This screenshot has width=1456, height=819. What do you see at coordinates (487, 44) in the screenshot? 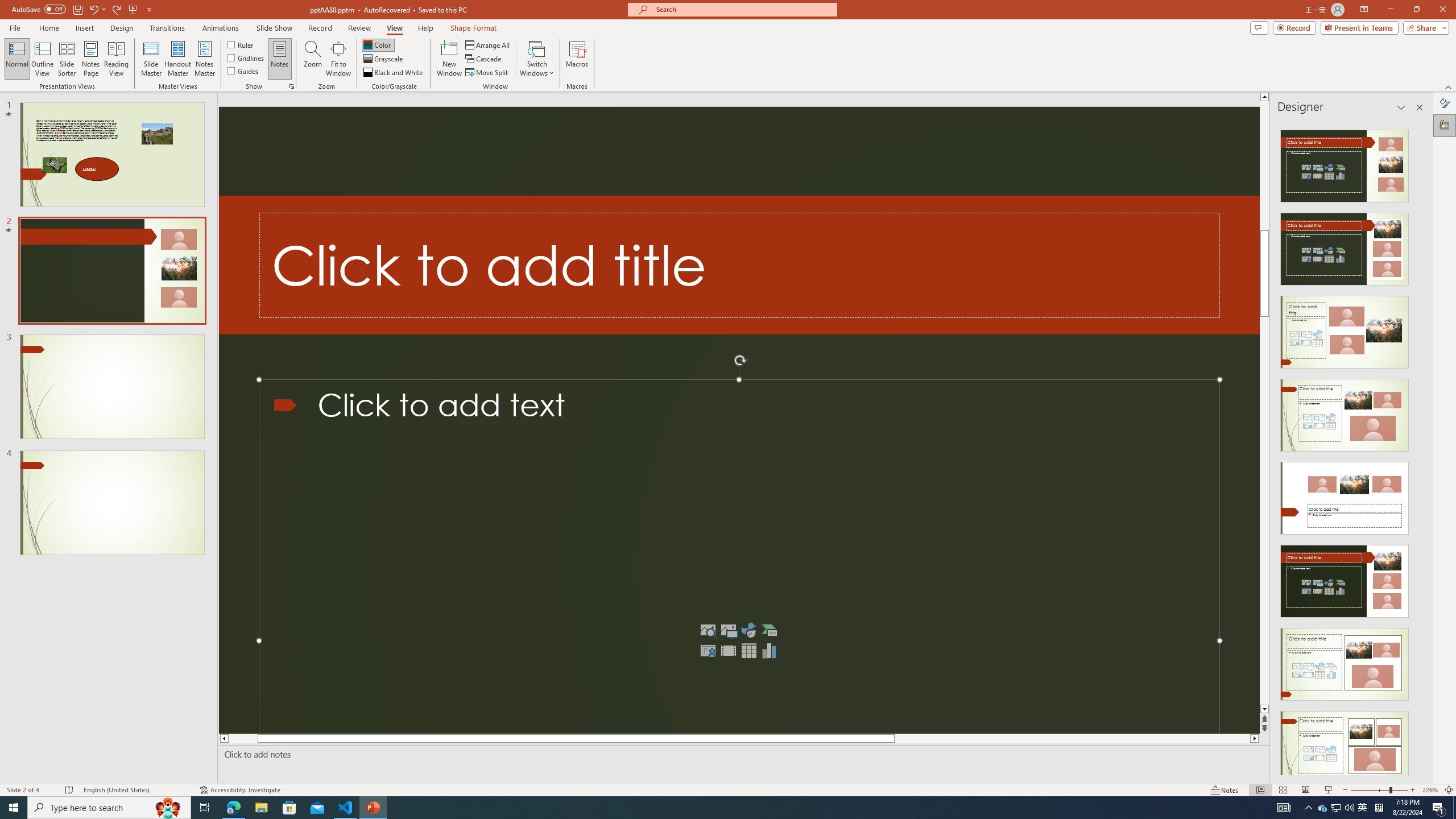
I see `'Arrange All'` at bounding box center [487, 44].